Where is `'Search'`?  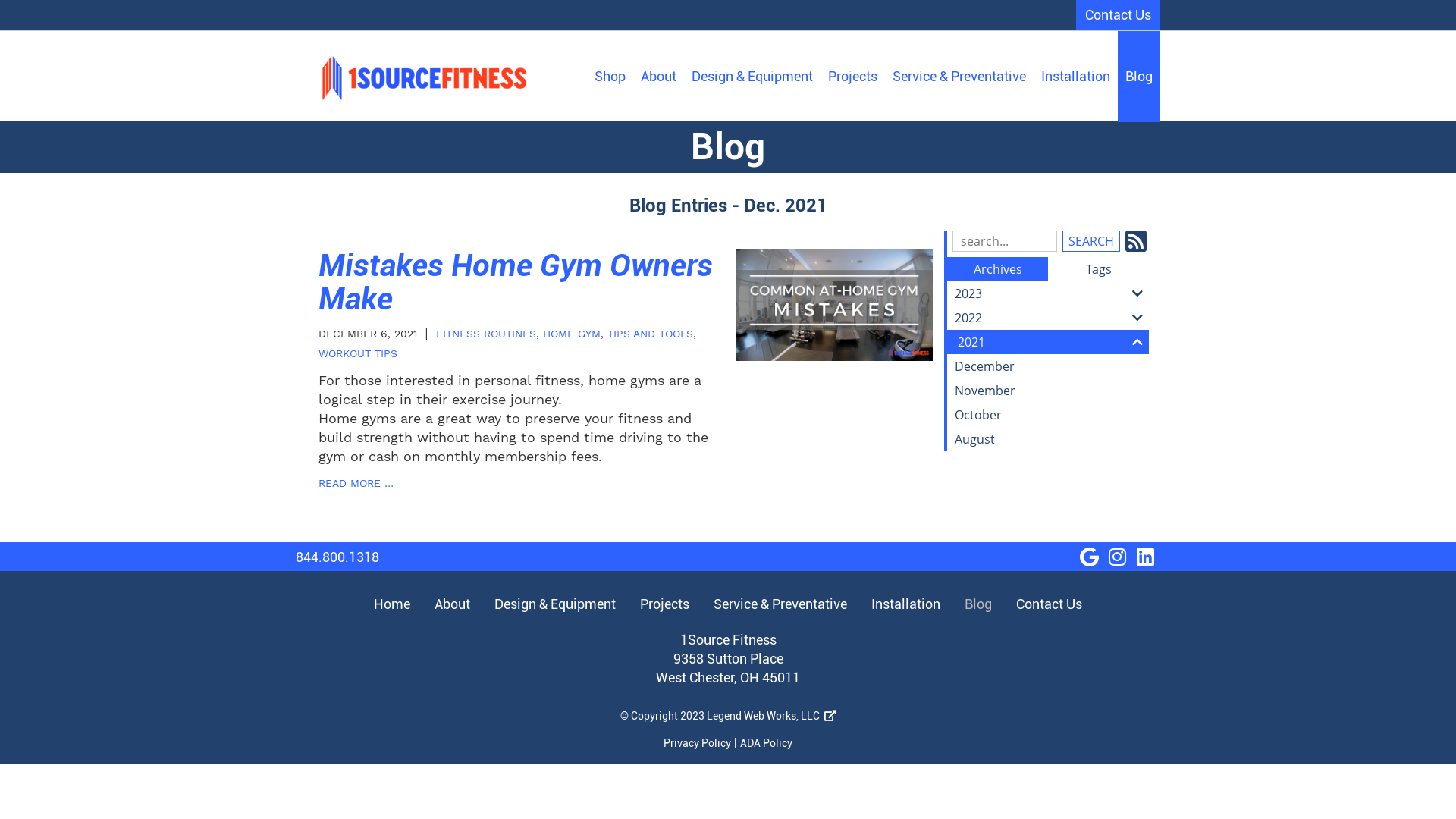 'Search' is located at coordinates (1062, 240).